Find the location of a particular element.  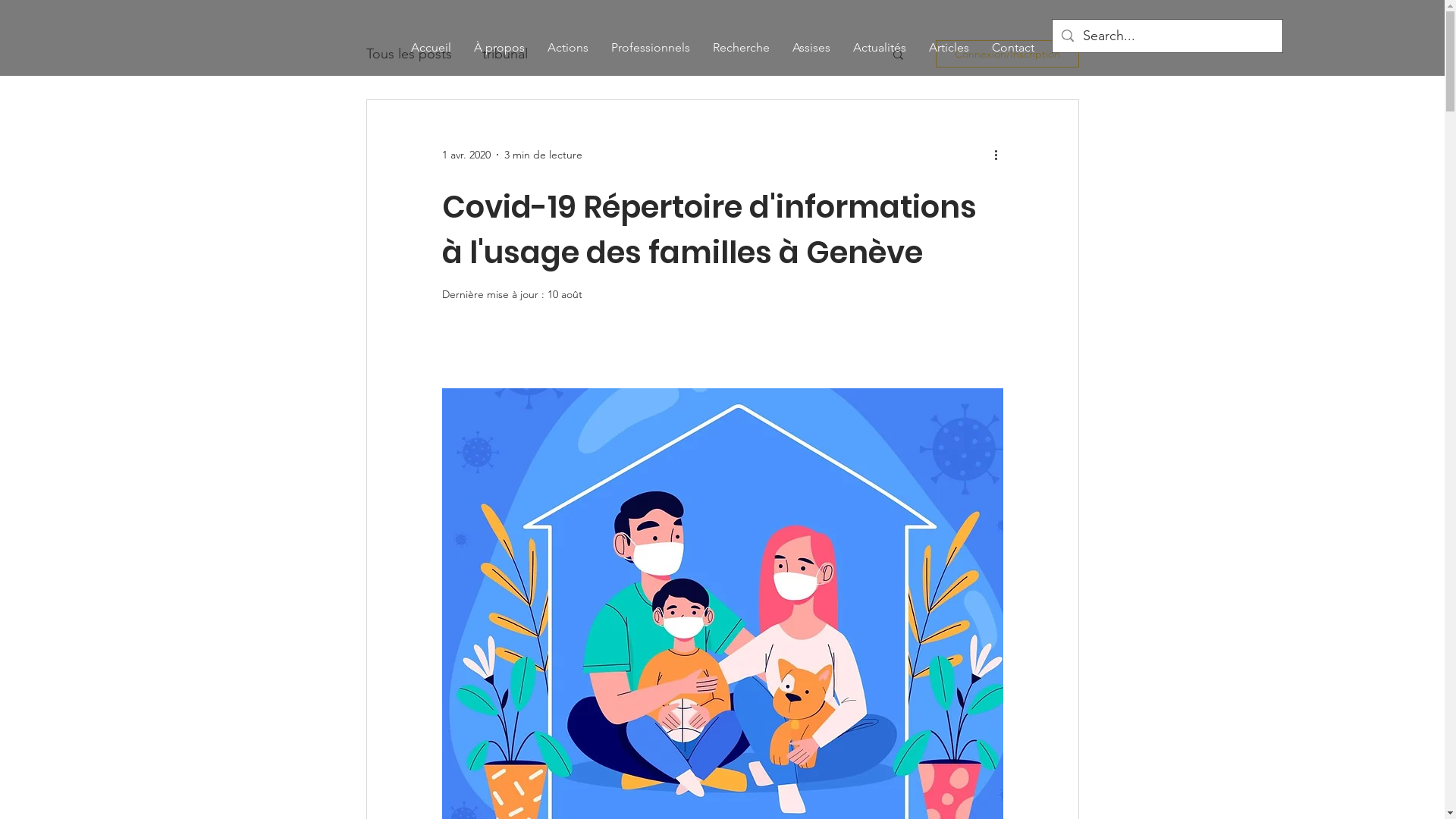

'Connexion/Inscription' is located at coordinates (934, 52).